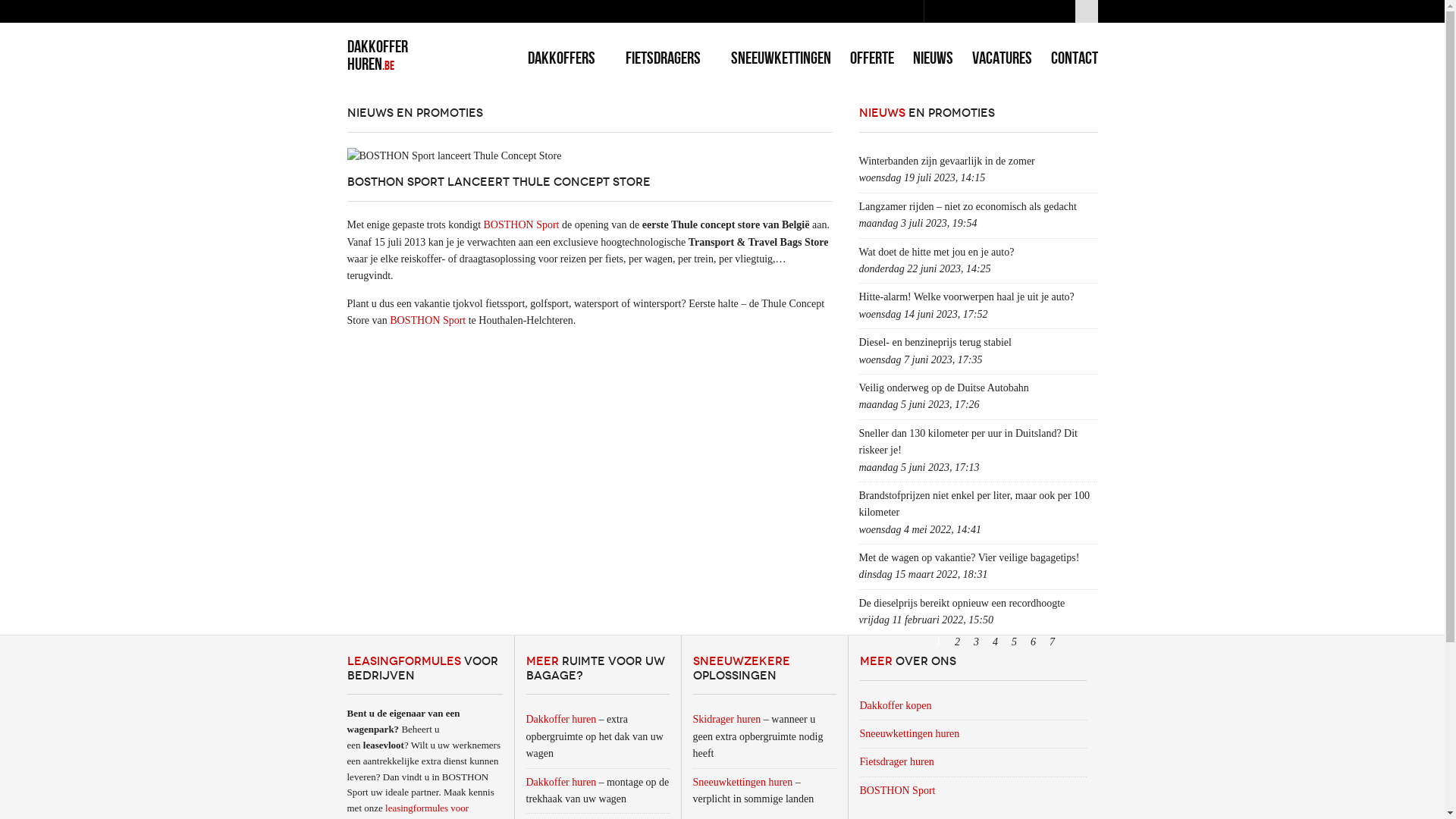  Describe the element at coordinates (1015, 642) in the screenshot. I see `'5'` at that location.